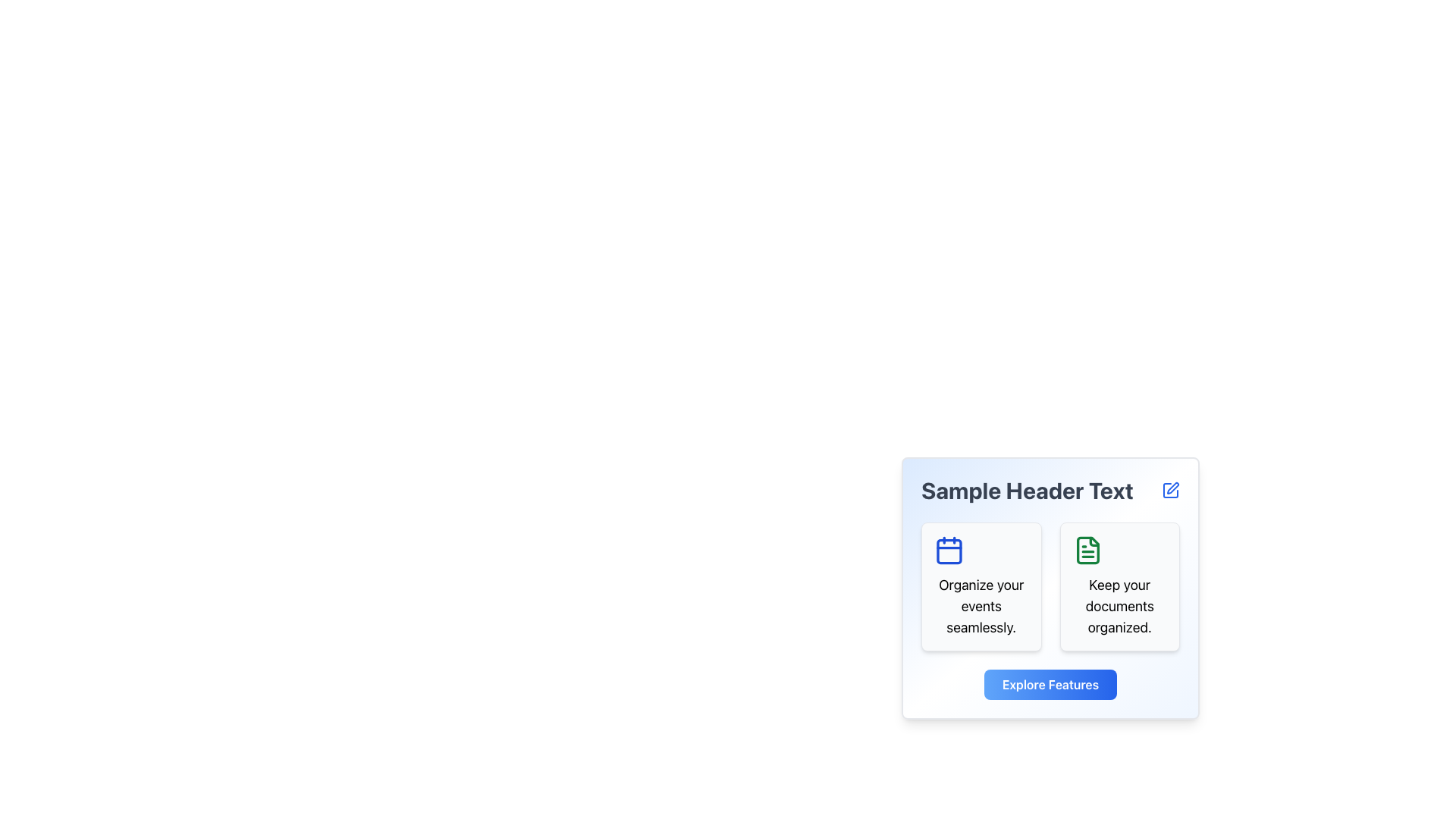 Image resolution: width=1456 pixels, height=819 pixels. What do you see at coordinates (1087, 550) in the screenshot?
I see `the green document icon with a folded corner located inside the right feature box labeled 'Keep your documents organized'` at bounding box center [1087, 550].